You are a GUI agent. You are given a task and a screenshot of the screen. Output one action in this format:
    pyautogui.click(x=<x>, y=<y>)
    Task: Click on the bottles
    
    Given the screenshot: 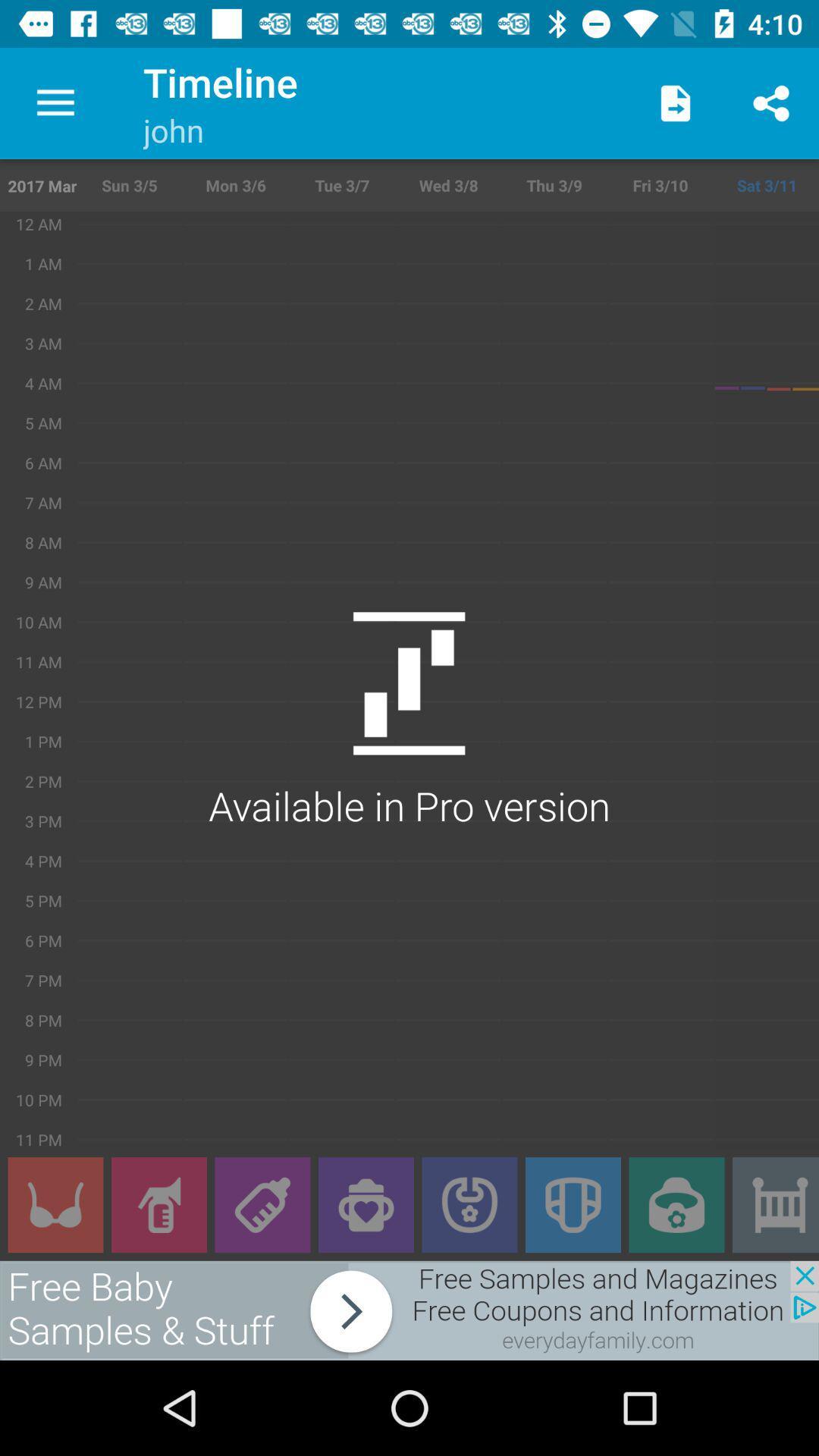 What is the action you would take?
    pyautogui.click(x=262, y=1204)
    